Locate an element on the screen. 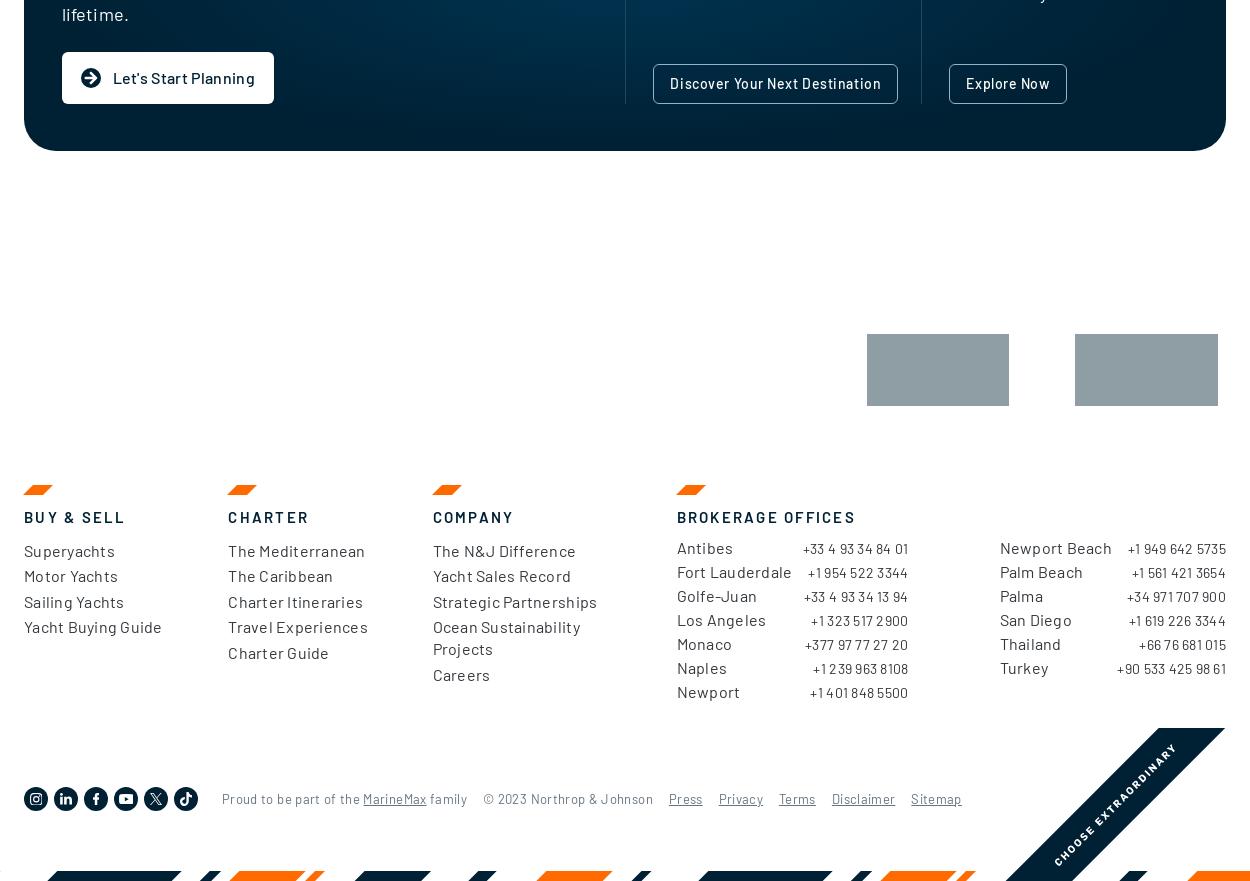  'Newport Beach' is located at coordinates (1055, 545).